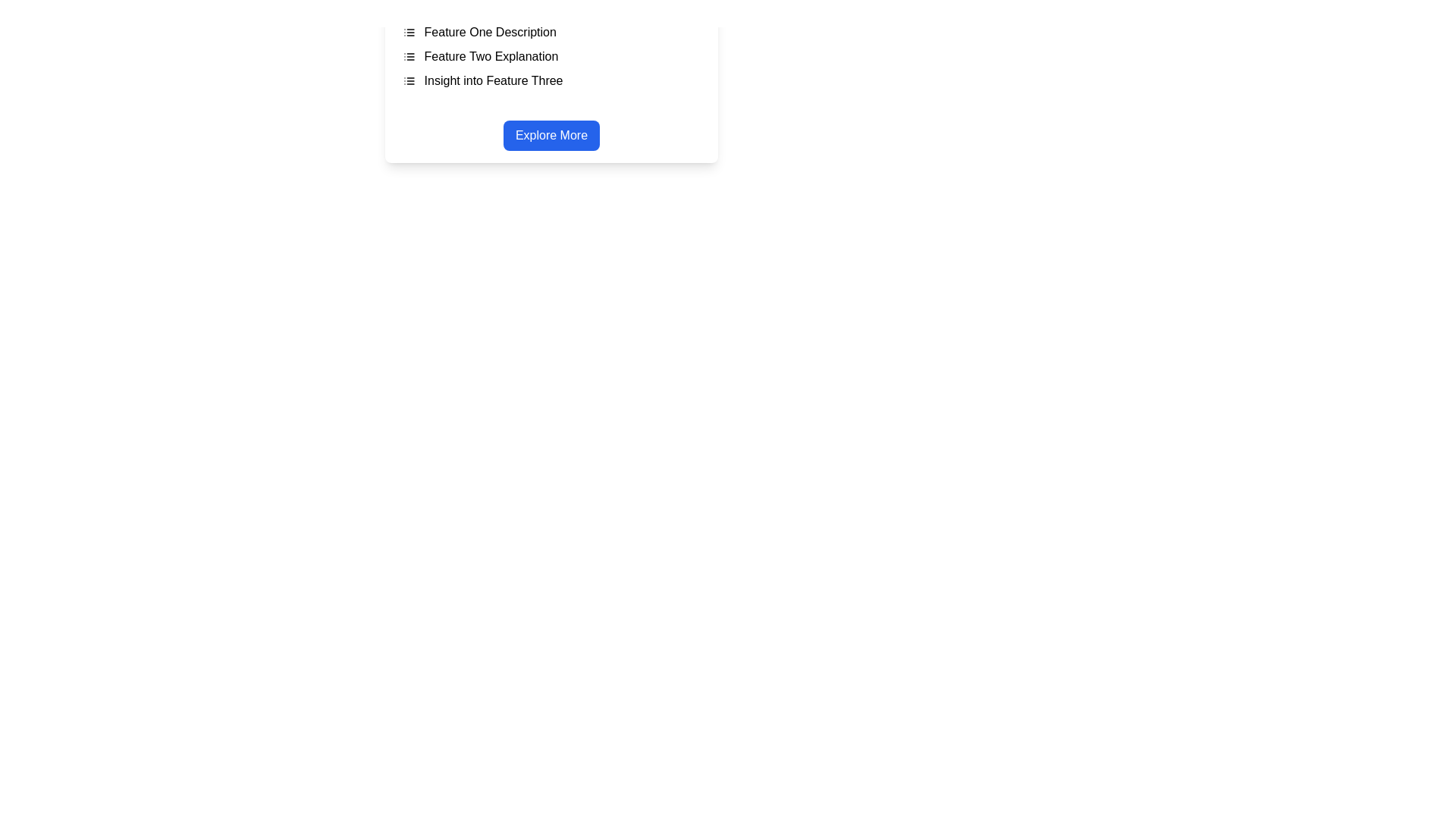  Describe the element at coordinates (409, 55) in the screenshot. I see `the SVG icon component representing a list, which is located in the middle of three similar icons associated with 'Feature Two Explanation.'` at that location.